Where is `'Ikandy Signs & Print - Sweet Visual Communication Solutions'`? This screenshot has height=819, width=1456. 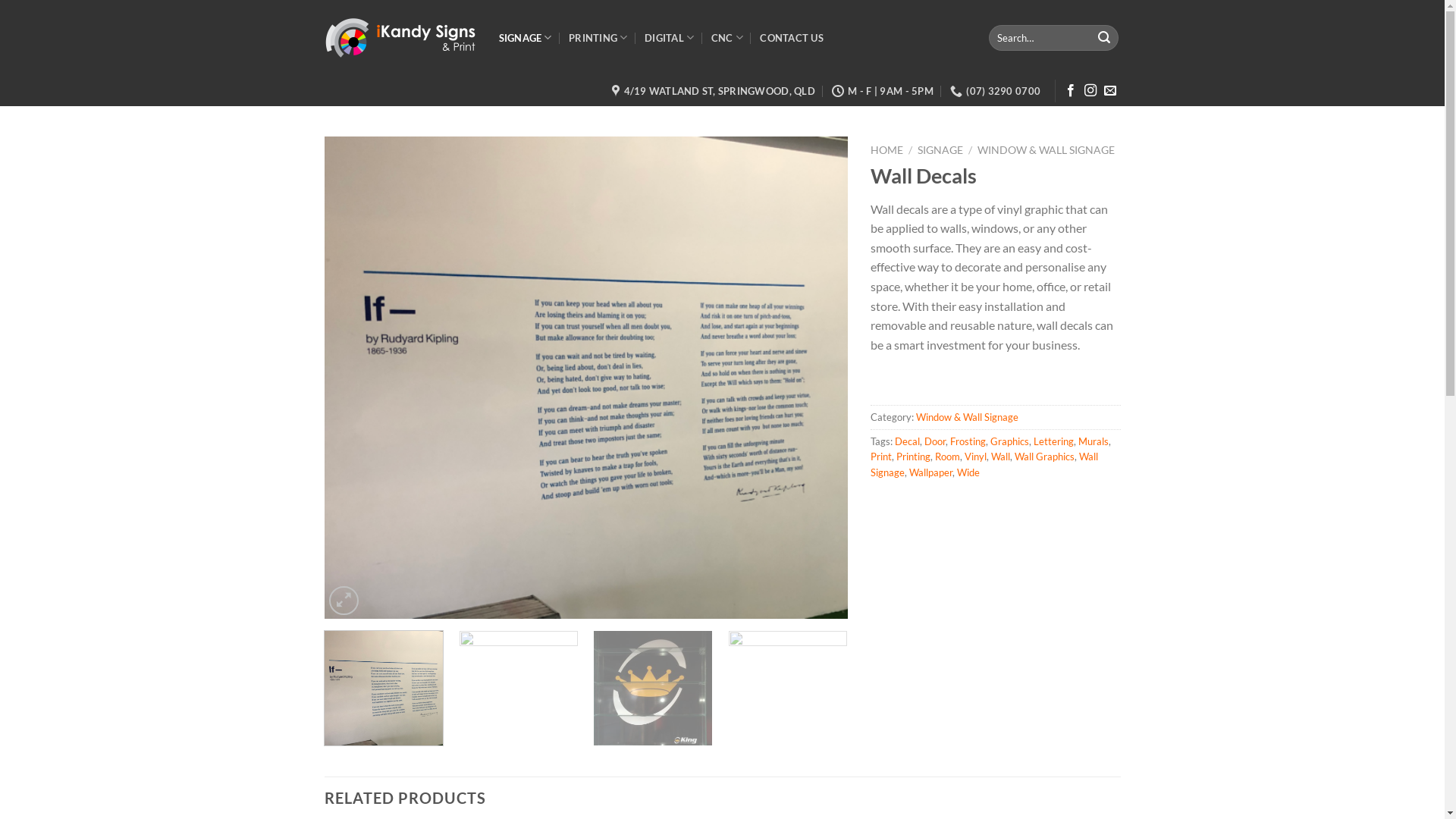 'Ikandy Signs & Print - Sweet Visual Communication Solutions' is located at coordinates (400, 37).